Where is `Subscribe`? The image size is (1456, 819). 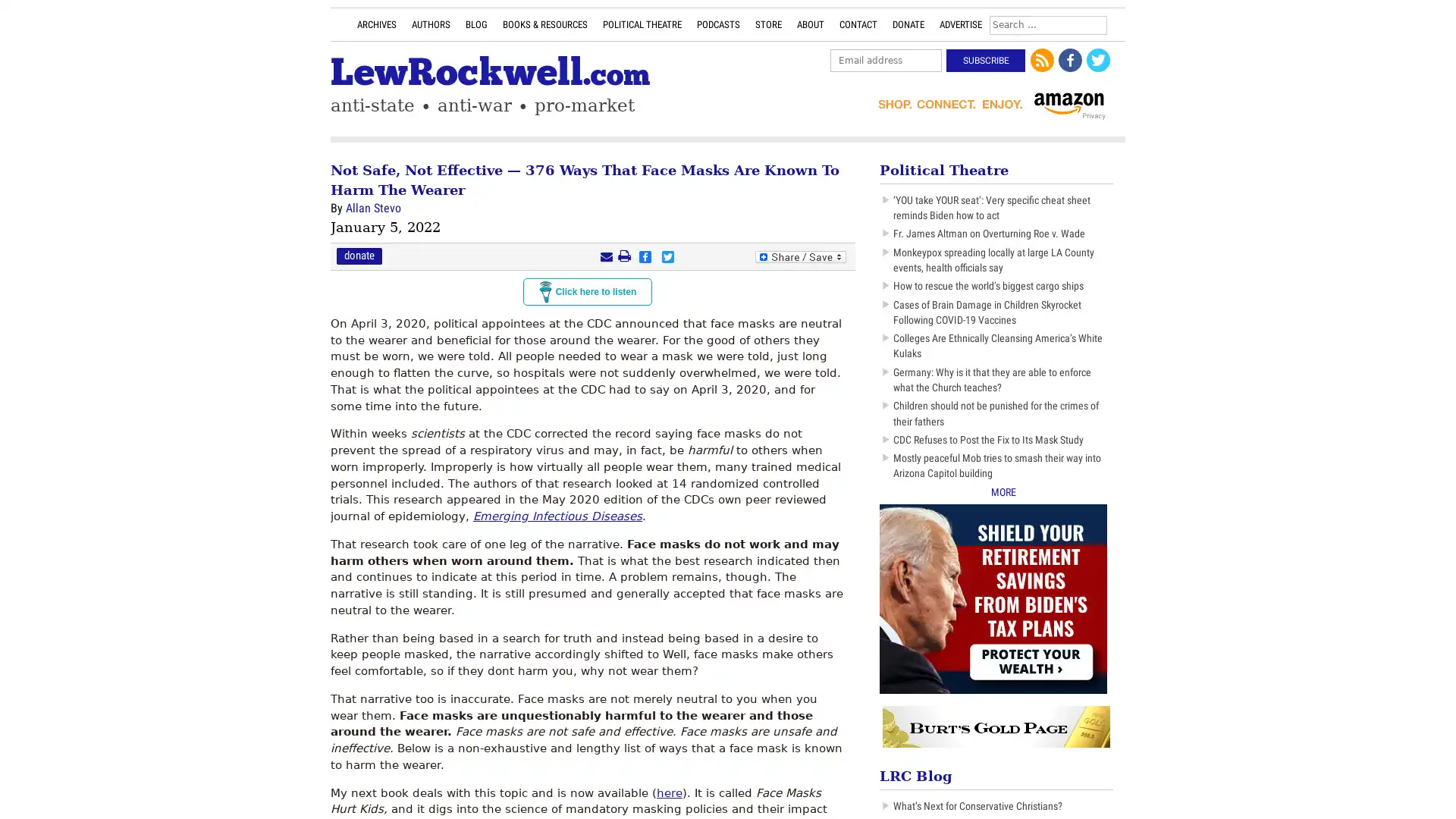 Subscribe is located at coordinates (986, 60).